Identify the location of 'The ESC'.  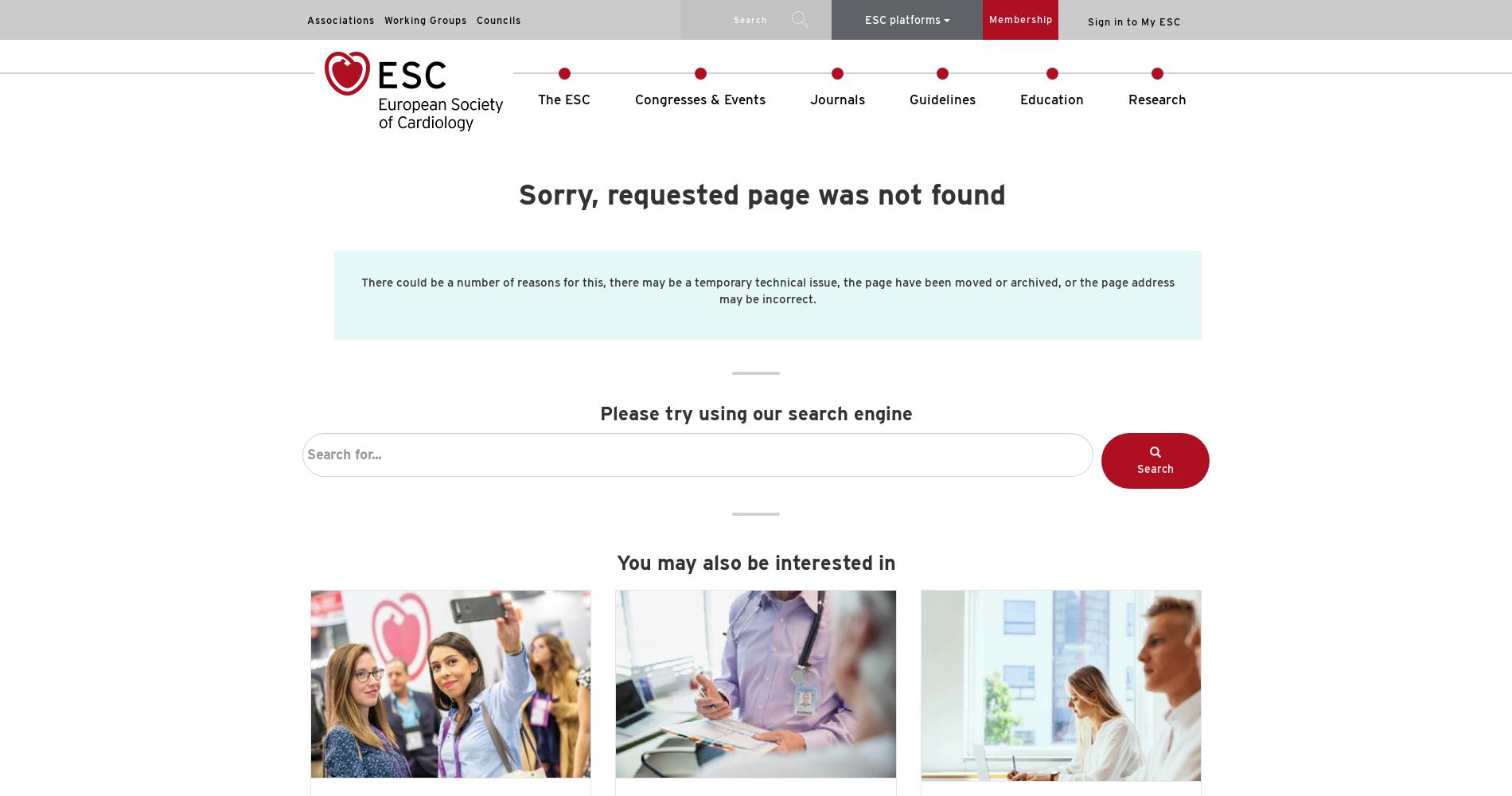
(564, 99).